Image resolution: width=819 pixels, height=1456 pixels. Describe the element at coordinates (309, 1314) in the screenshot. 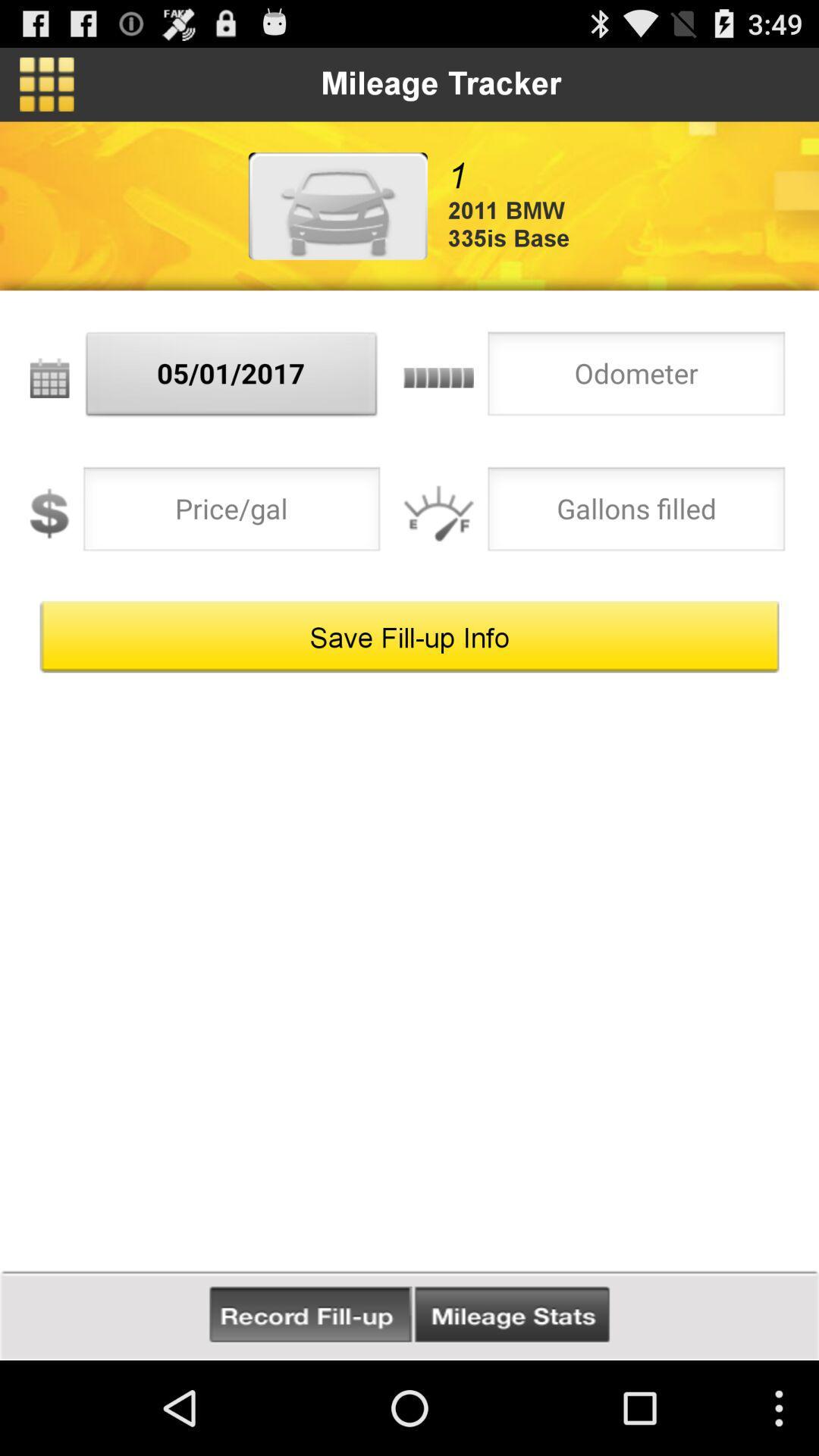

I see `record fill-up` at that location.